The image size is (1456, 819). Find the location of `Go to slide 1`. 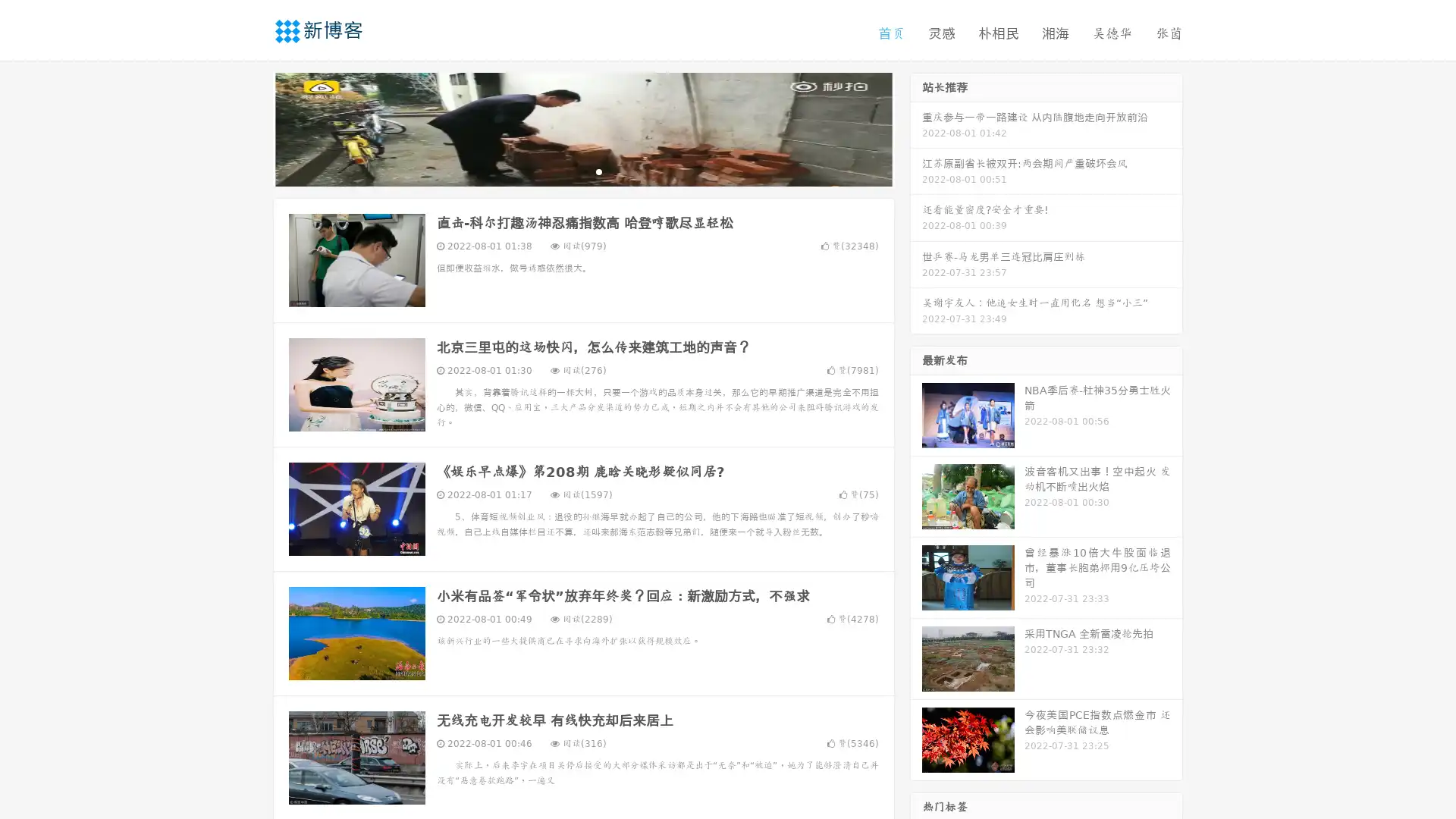

Go to slide 1 is located at coordinates (567, 171).